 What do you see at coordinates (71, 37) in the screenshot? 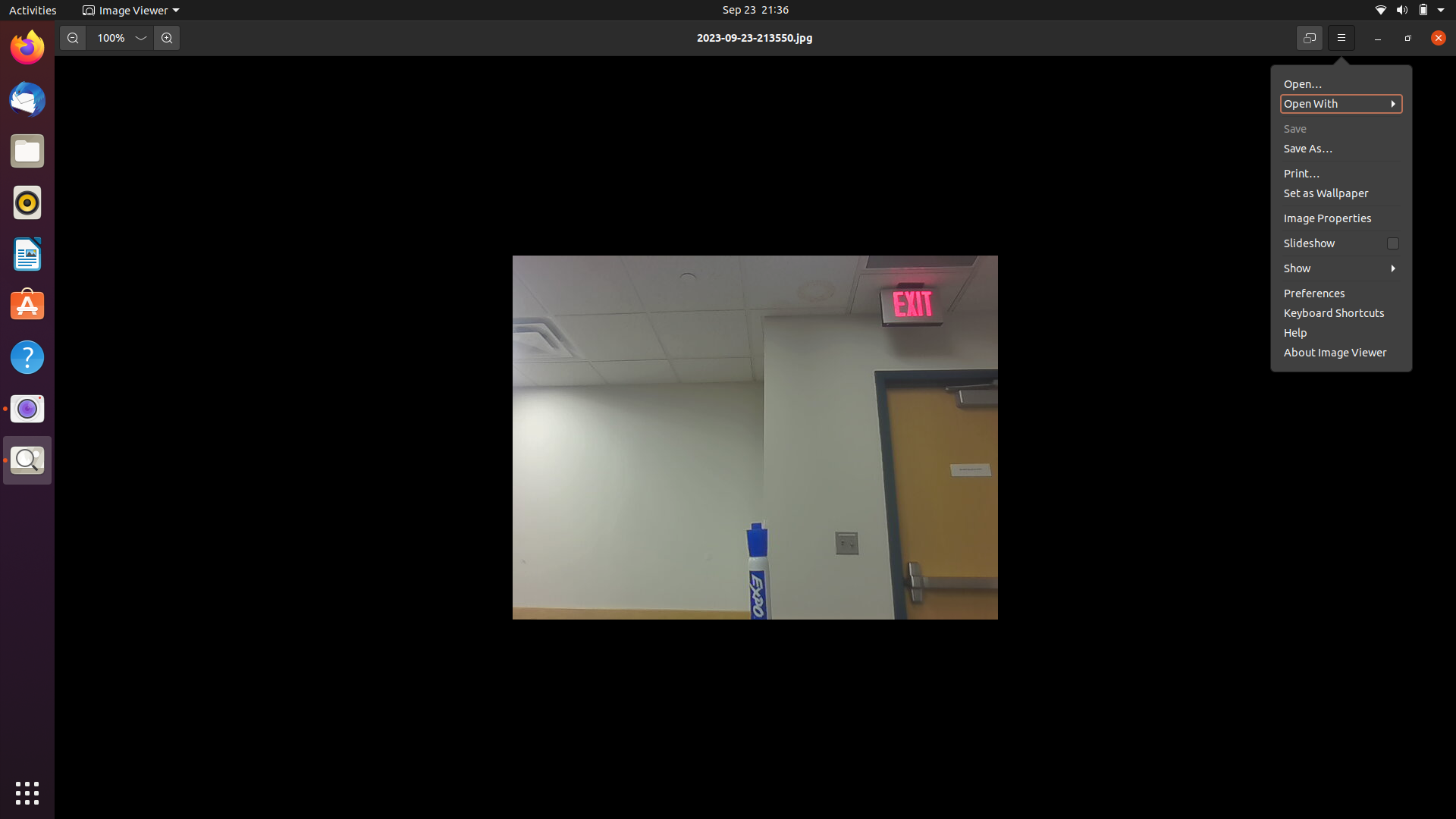
I see `Perform a single zoom out operation on the image` at bounding box center [71, 37].